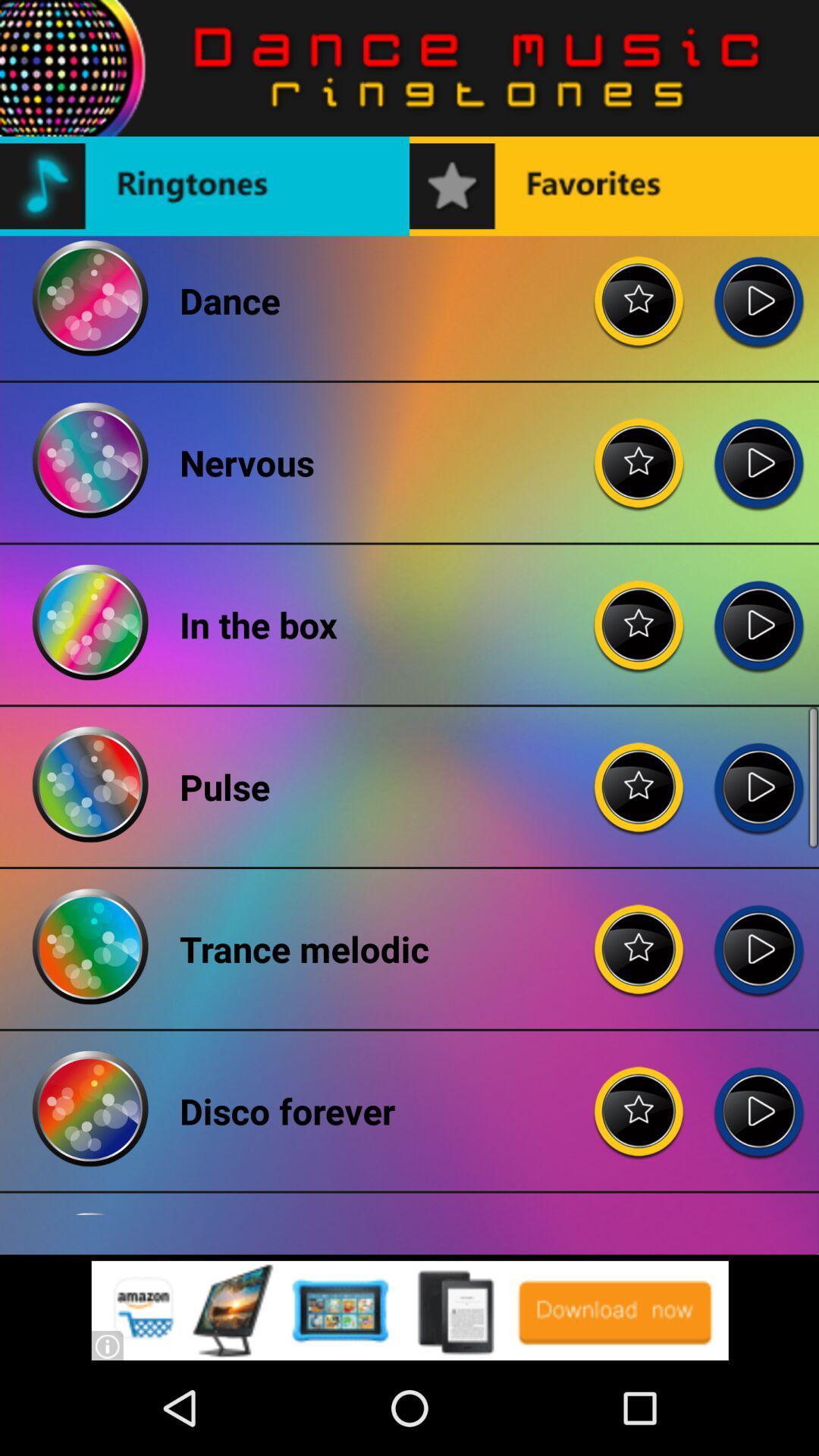 The image size is (819, 1456). What do you see at coordinates (758, 613) in the screenshot?
I see `ringtone` at bounding box center [758, 613].